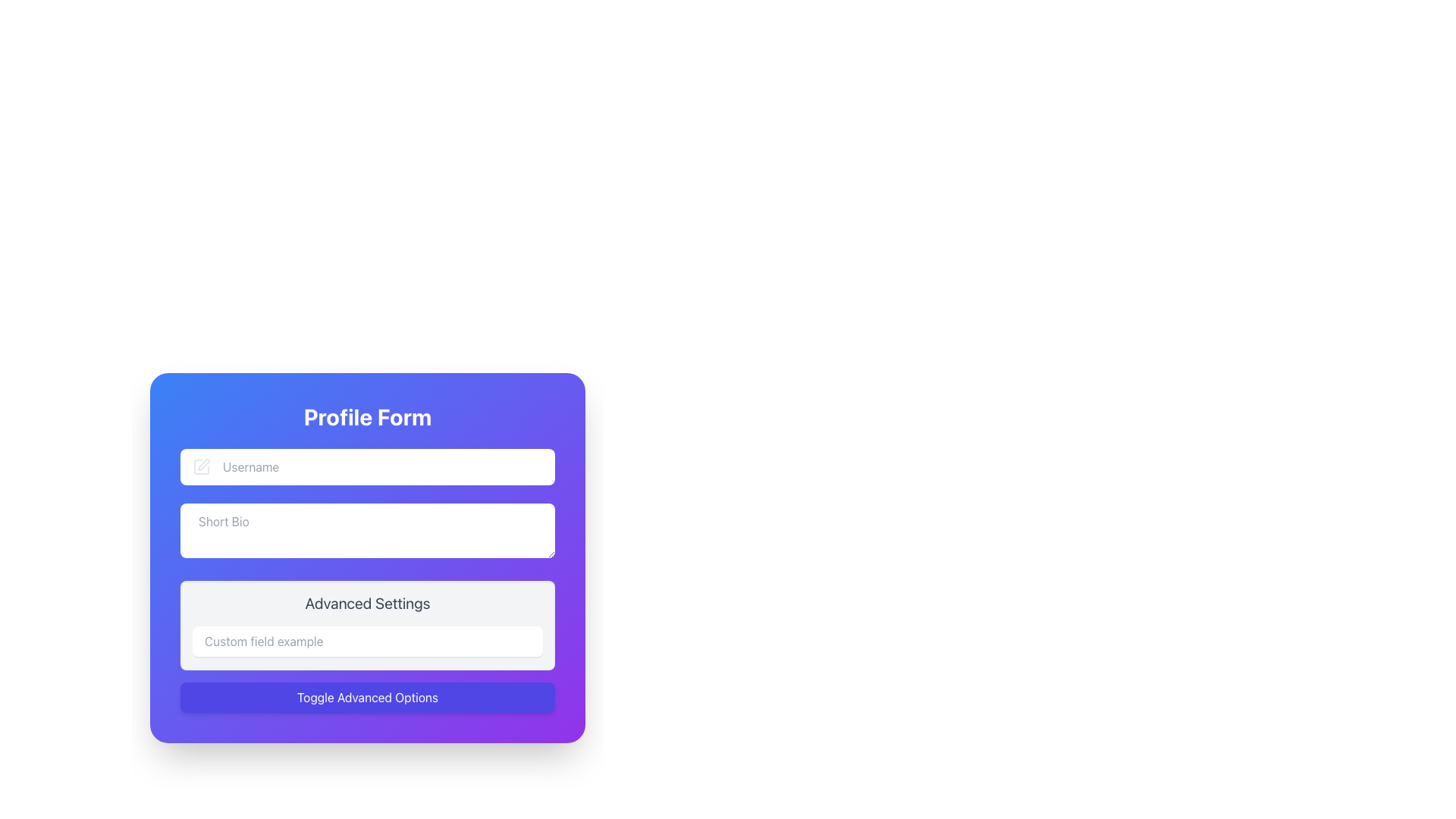  What do you see at coordinates (367, 580) in the screenshot?
I see `the 'Advanced Settings' label which is a light-colored rectangular area with the text prominently displayed in the center, located within the 'Profile Form' interface` at bounding box center [367, 580].